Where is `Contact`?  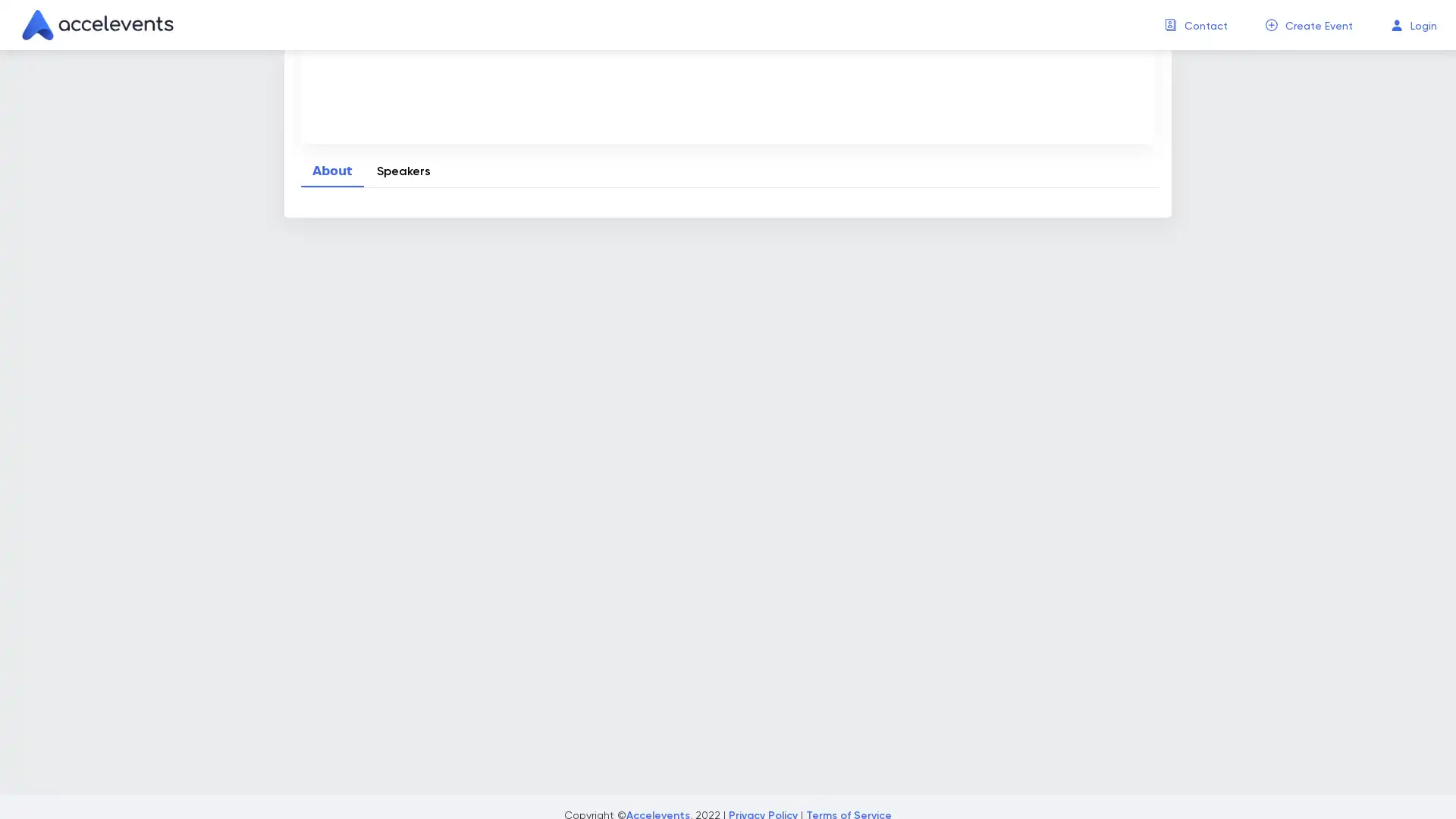 Contact is located at coordinates (1205, 26).